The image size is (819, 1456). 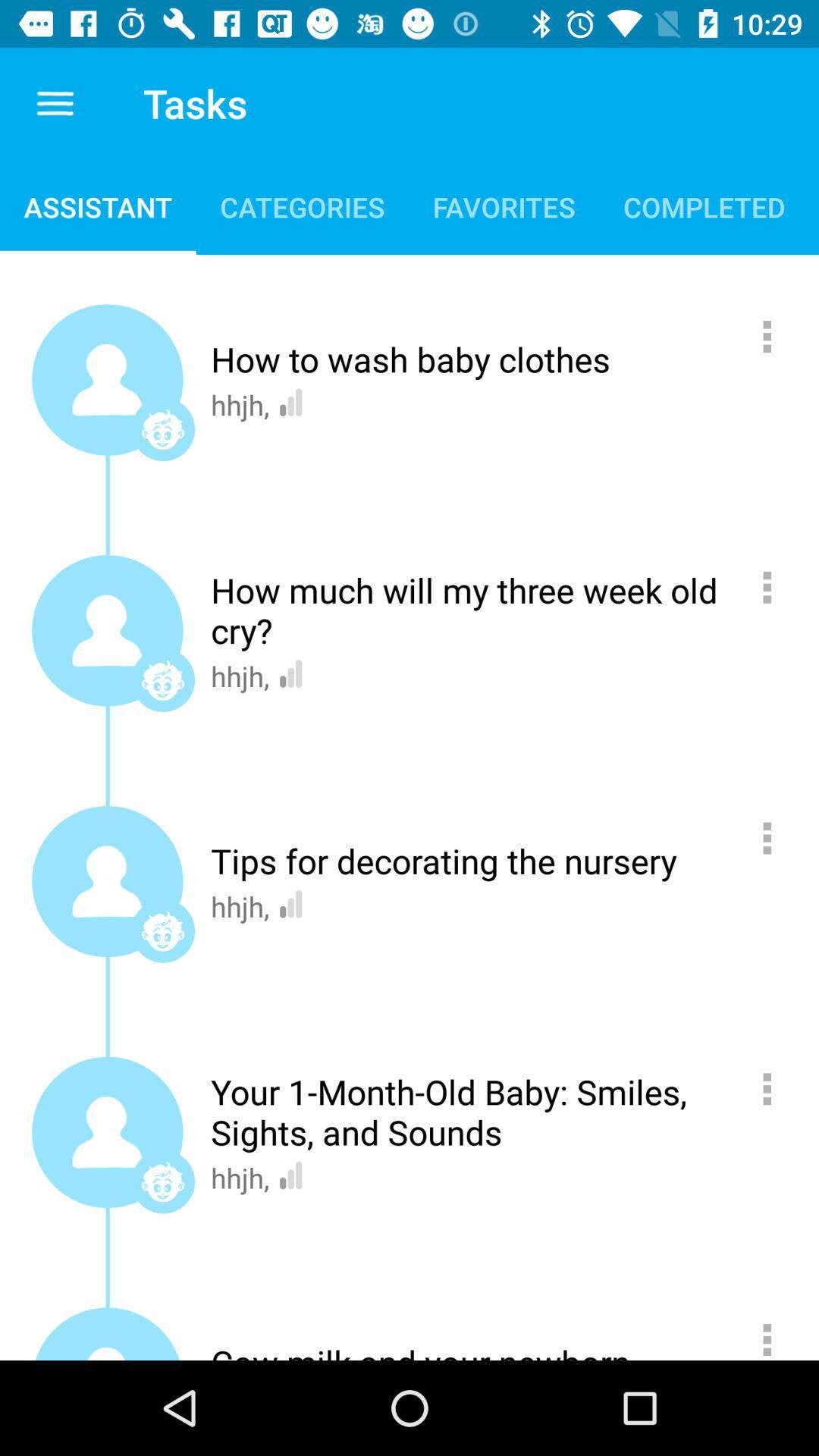 I want to click on more details, so click(x=775, y=1088).